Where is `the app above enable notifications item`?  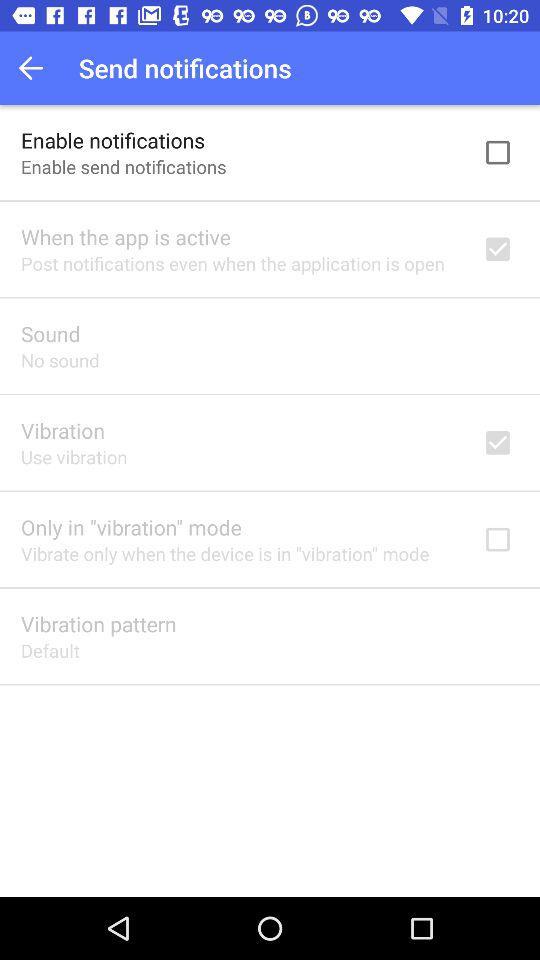
the app above enable notifications item is located at coordinates (36, 68).